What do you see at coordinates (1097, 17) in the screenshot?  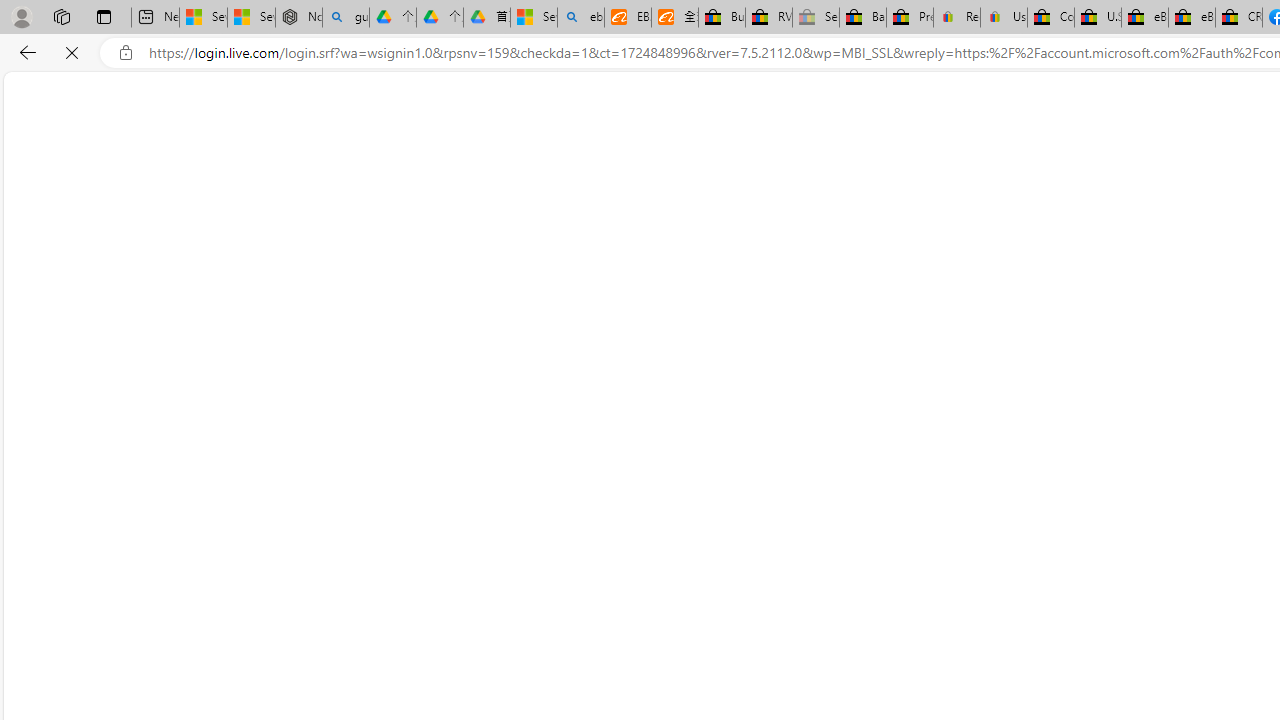 I see `'U.S. State Privacy Disclosures - eBay Inc.'` at bounding box center [1097, 17].